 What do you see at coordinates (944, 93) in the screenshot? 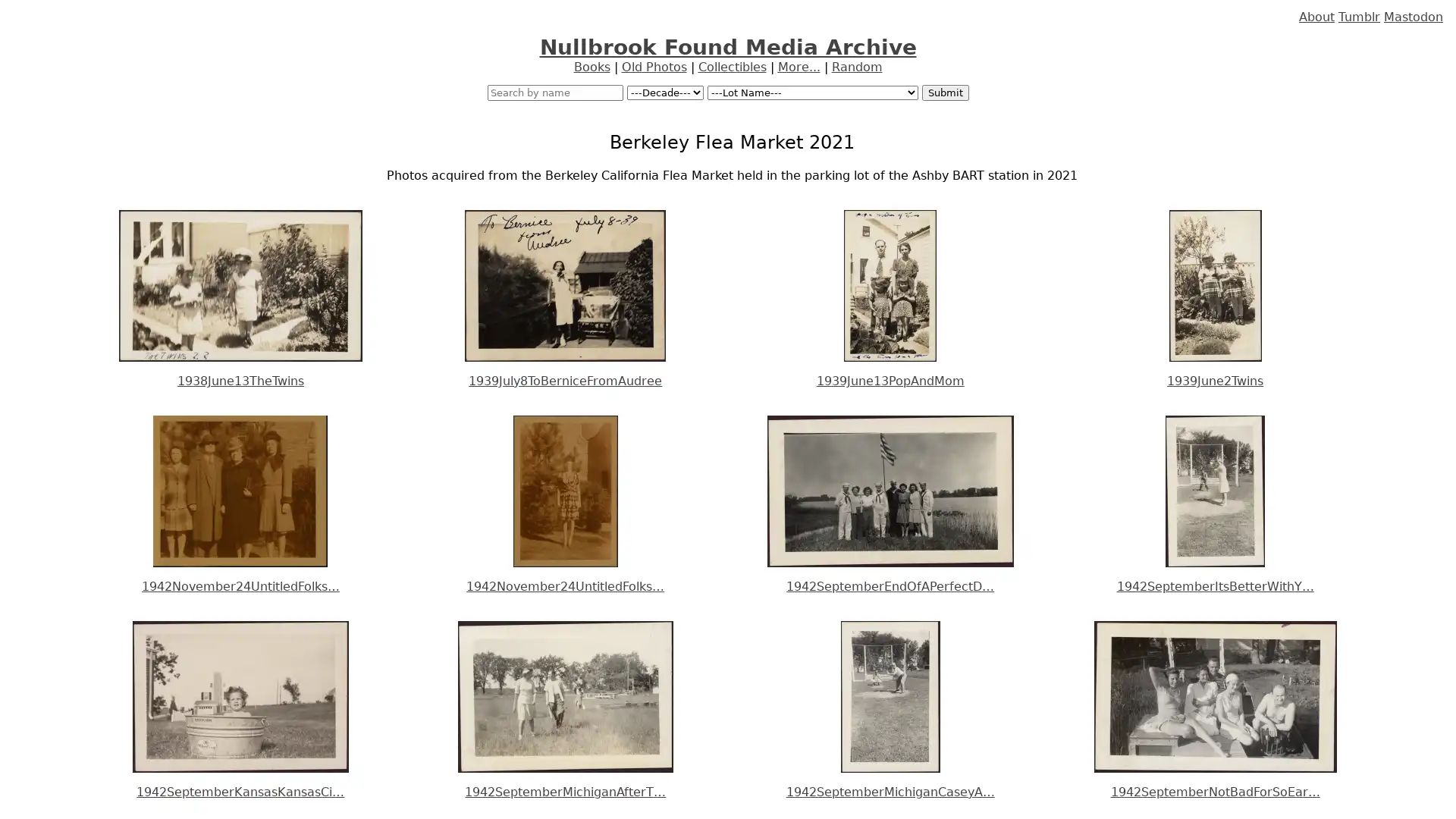
I see `Submit` at bounding box center [944, 93].